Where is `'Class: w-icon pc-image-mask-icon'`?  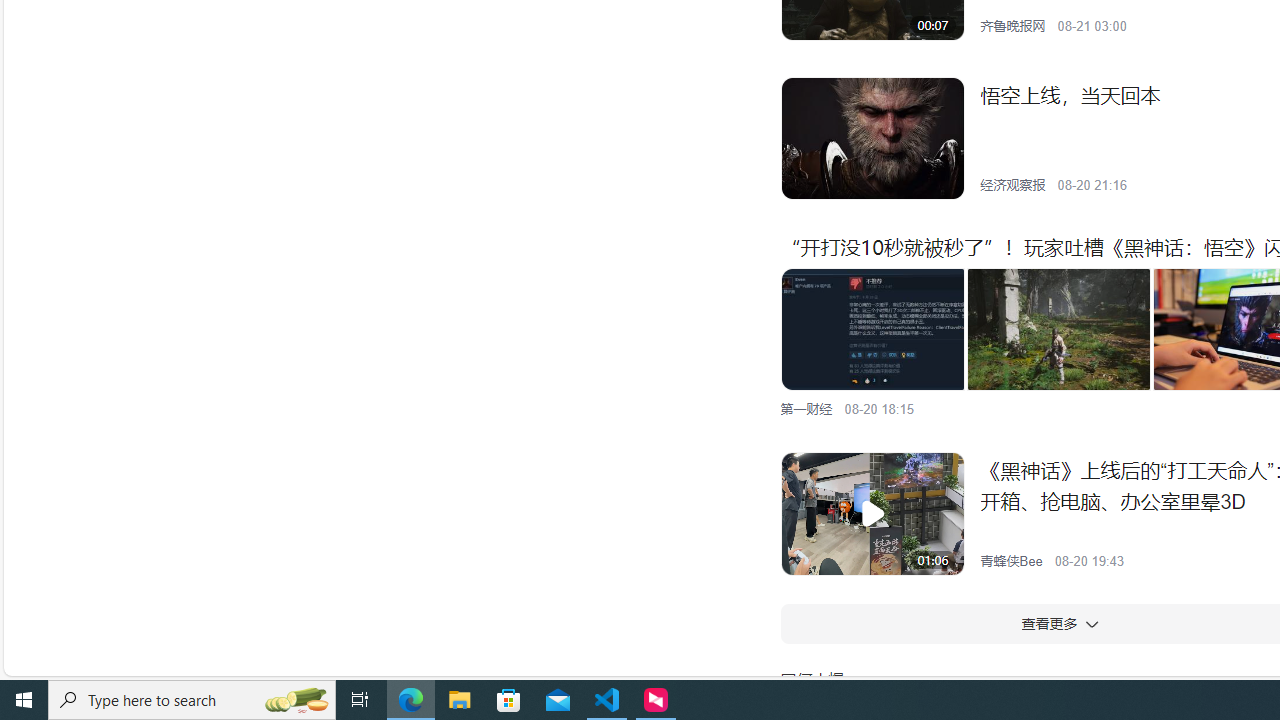
'Class: w-icon pc-image-mask-icon' is located at coordinates (872, 513).